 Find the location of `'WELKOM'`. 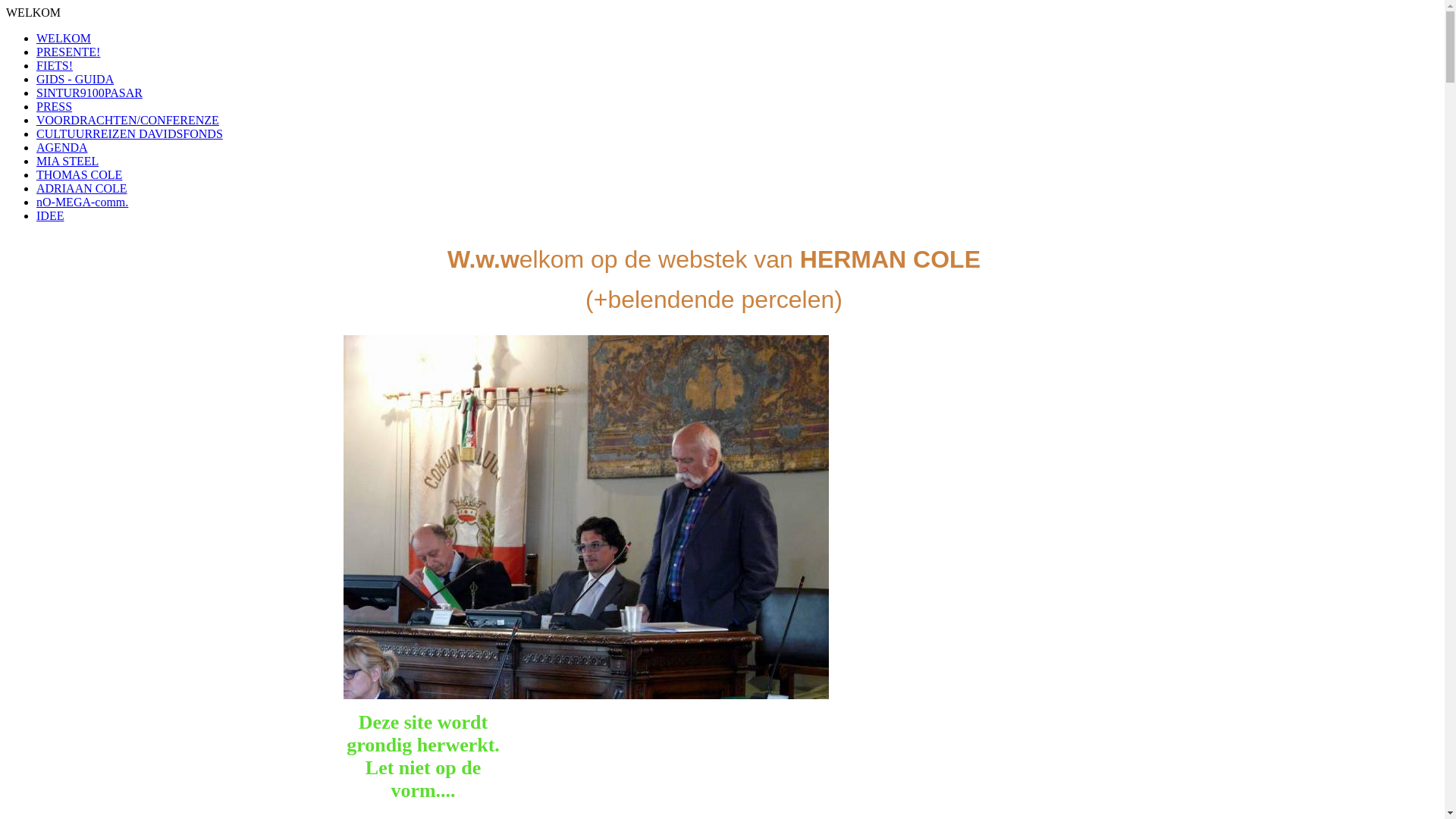

'WELKOM' is located at coordinates (62, 37).